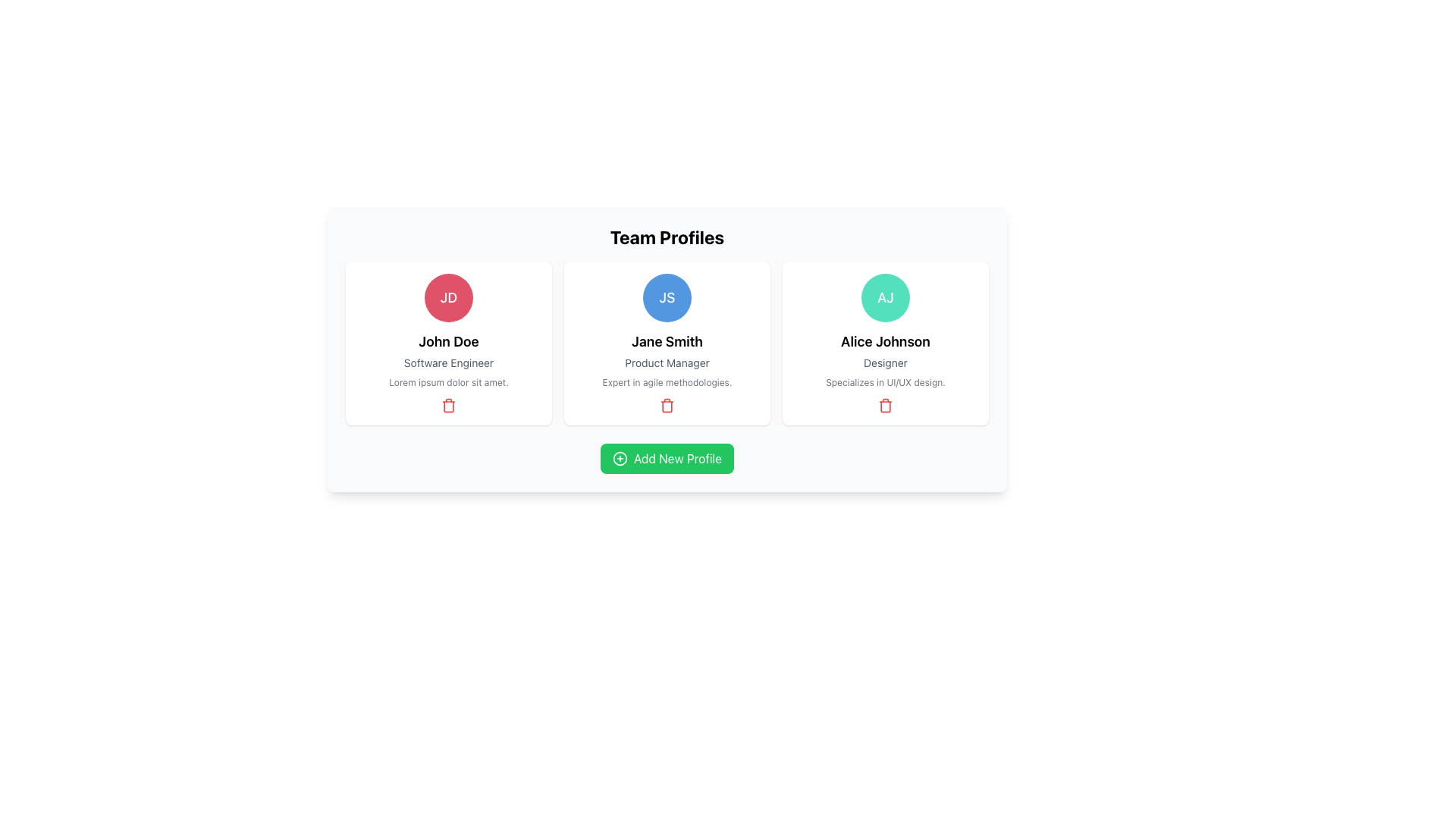 Image resolution: width=1456 pixels, height=819 pixels. Describe the element at coordinates (620, 458) in the screenshot. I see `the small circular icon with a plus symbol inside, which is part of the 'Add New Profile' button located at the bottom center of the interface` at that location.